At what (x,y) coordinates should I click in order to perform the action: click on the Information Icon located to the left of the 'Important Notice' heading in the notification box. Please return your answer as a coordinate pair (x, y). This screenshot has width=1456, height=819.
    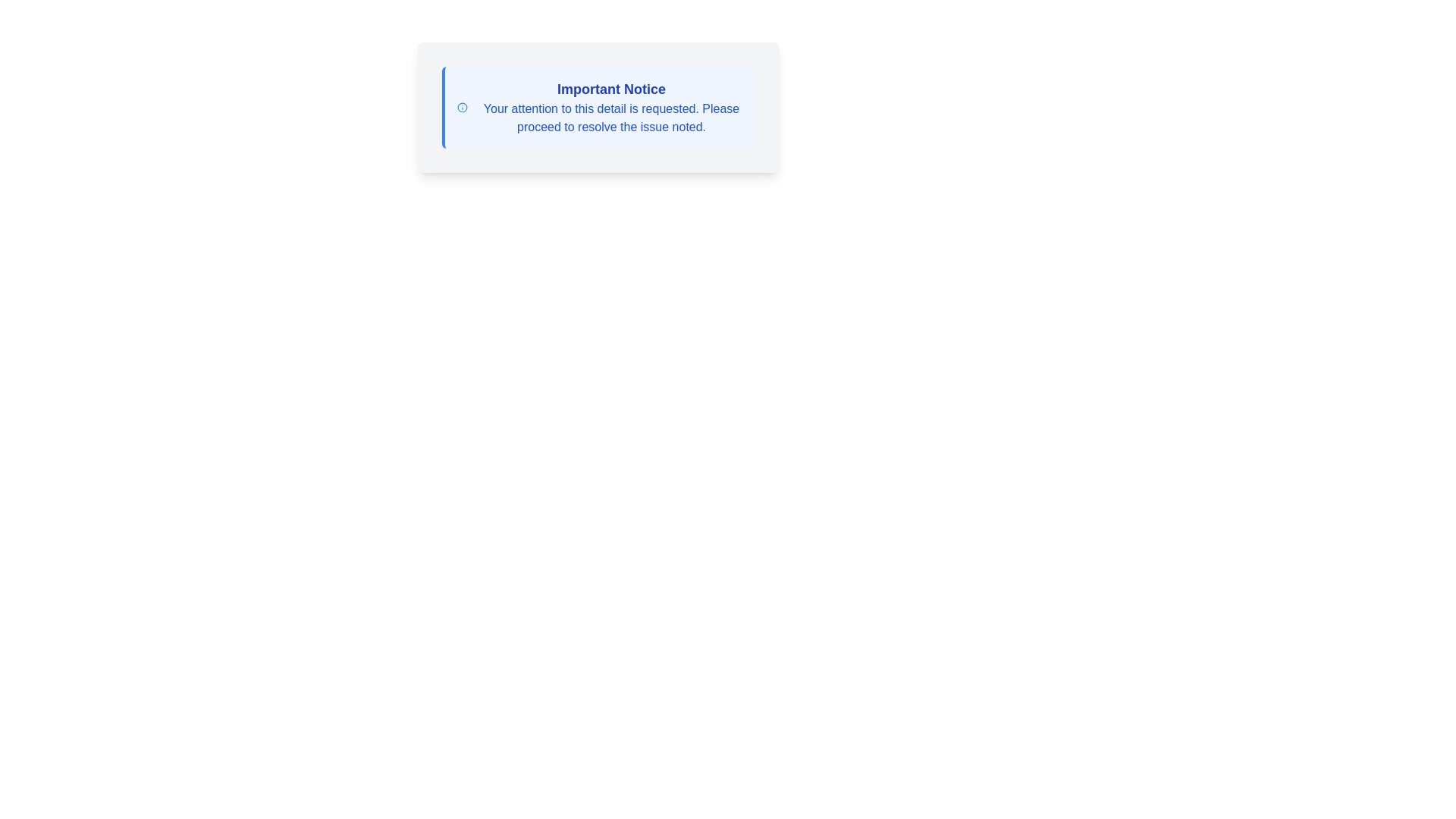
    Looking at the image, I should click on (461, 107).